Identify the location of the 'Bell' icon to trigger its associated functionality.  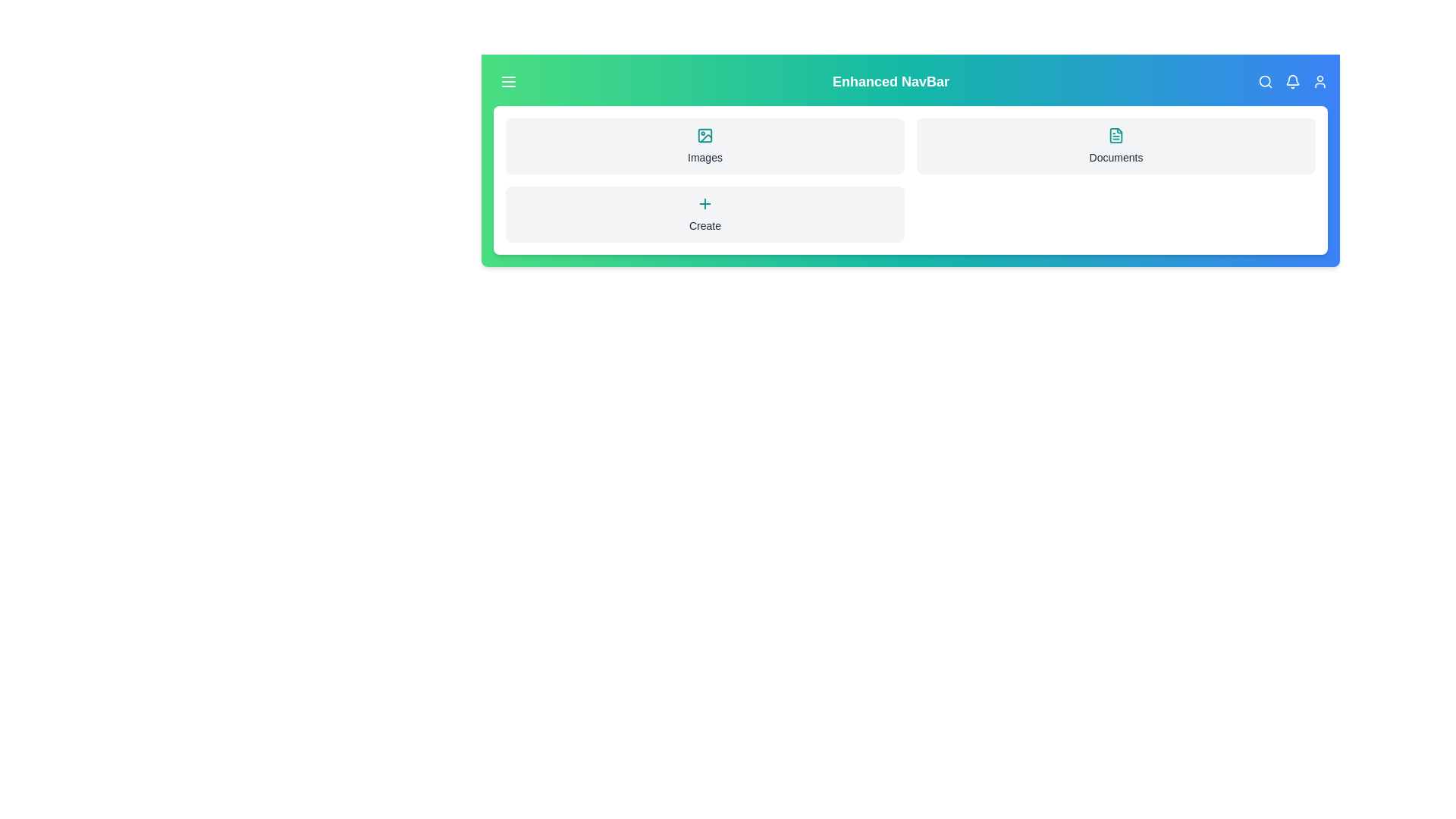
(1291, 82).